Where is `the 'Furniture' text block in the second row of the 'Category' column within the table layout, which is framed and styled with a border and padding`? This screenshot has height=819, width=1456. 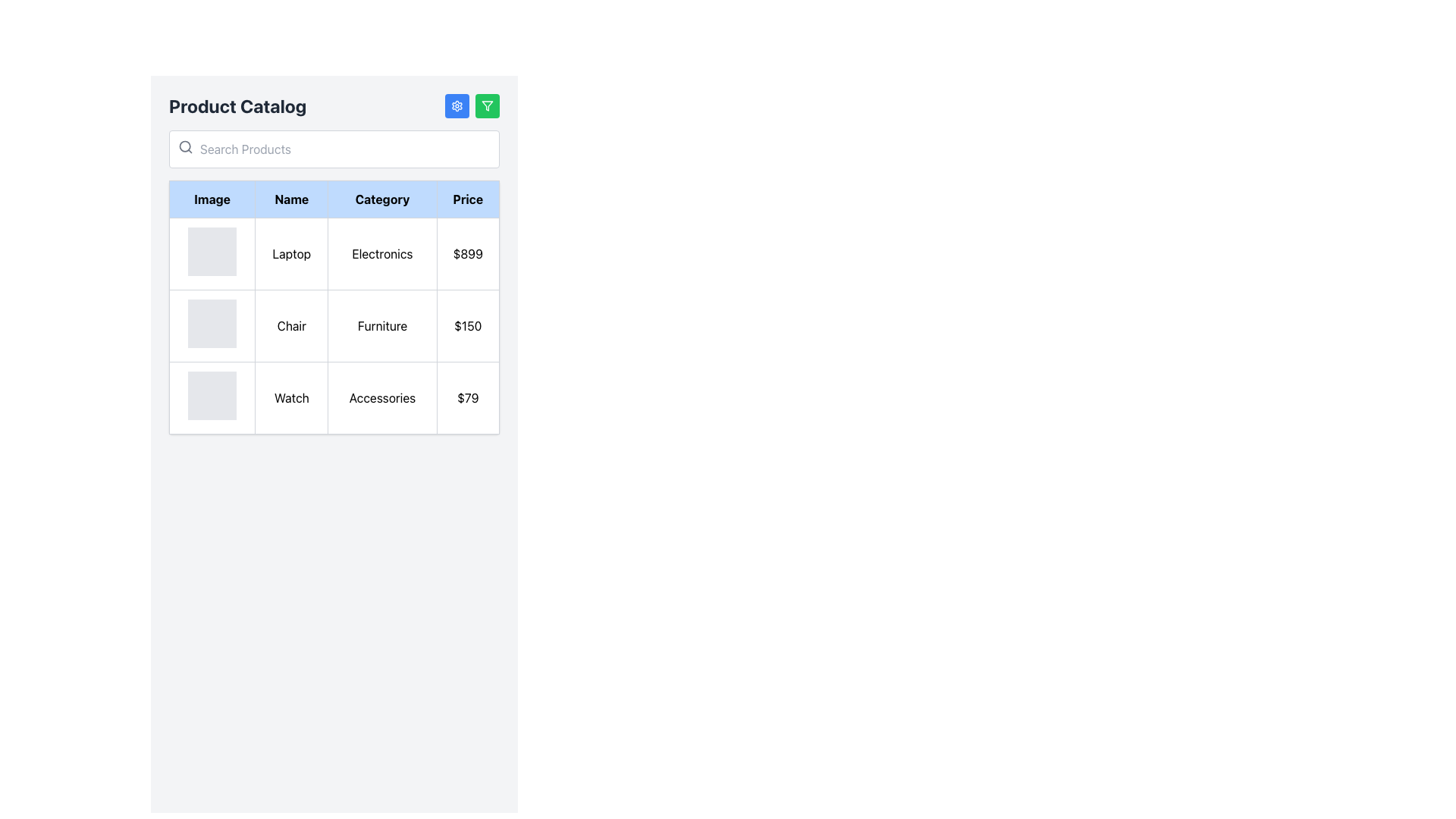 the 'Furniture' text block in the second row of the 'Category' column within the table layout, which is framed and styled with a border and padding is located at coordinates (382, 325).